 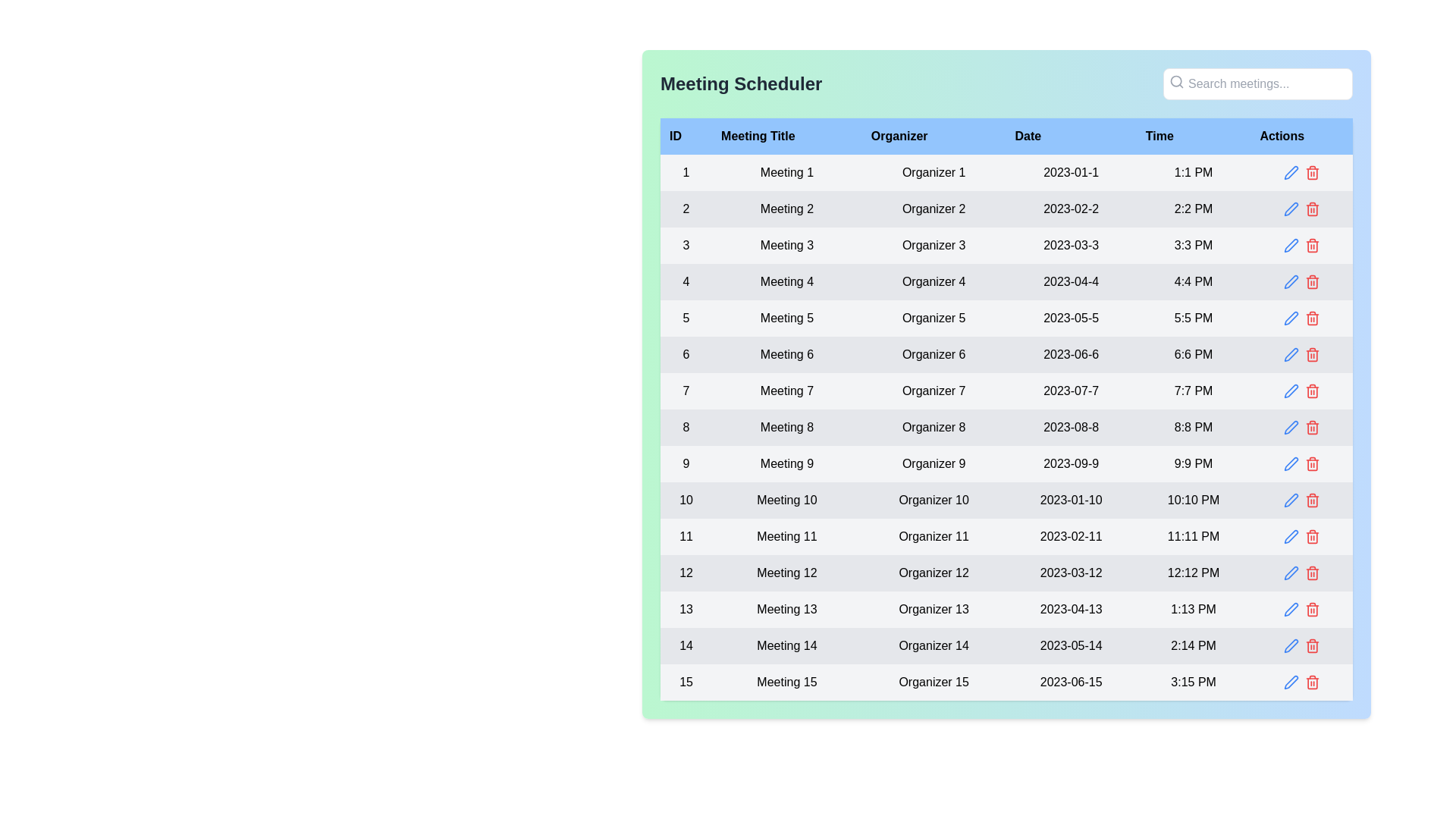 I want to click on the blue pen icon in the 'Actions' column of the 10th row for 'Meeting 10' to initiate an edit action, so click(x=1301, y=500).